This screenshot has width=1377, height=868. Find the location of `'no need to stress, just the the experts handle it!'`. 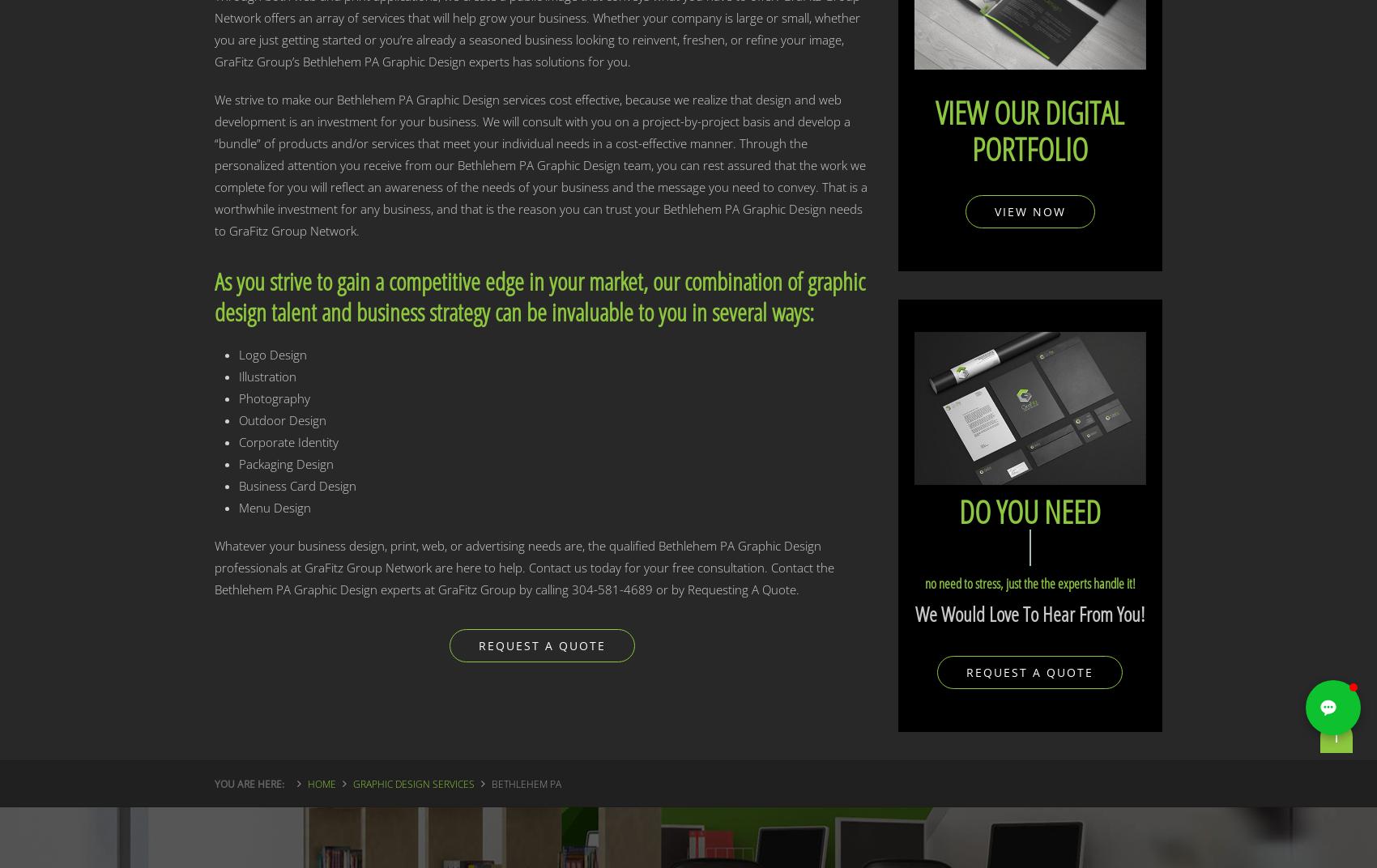

'no need to stress, just the the experts handle it!' is located at coordinates (1028, 582).